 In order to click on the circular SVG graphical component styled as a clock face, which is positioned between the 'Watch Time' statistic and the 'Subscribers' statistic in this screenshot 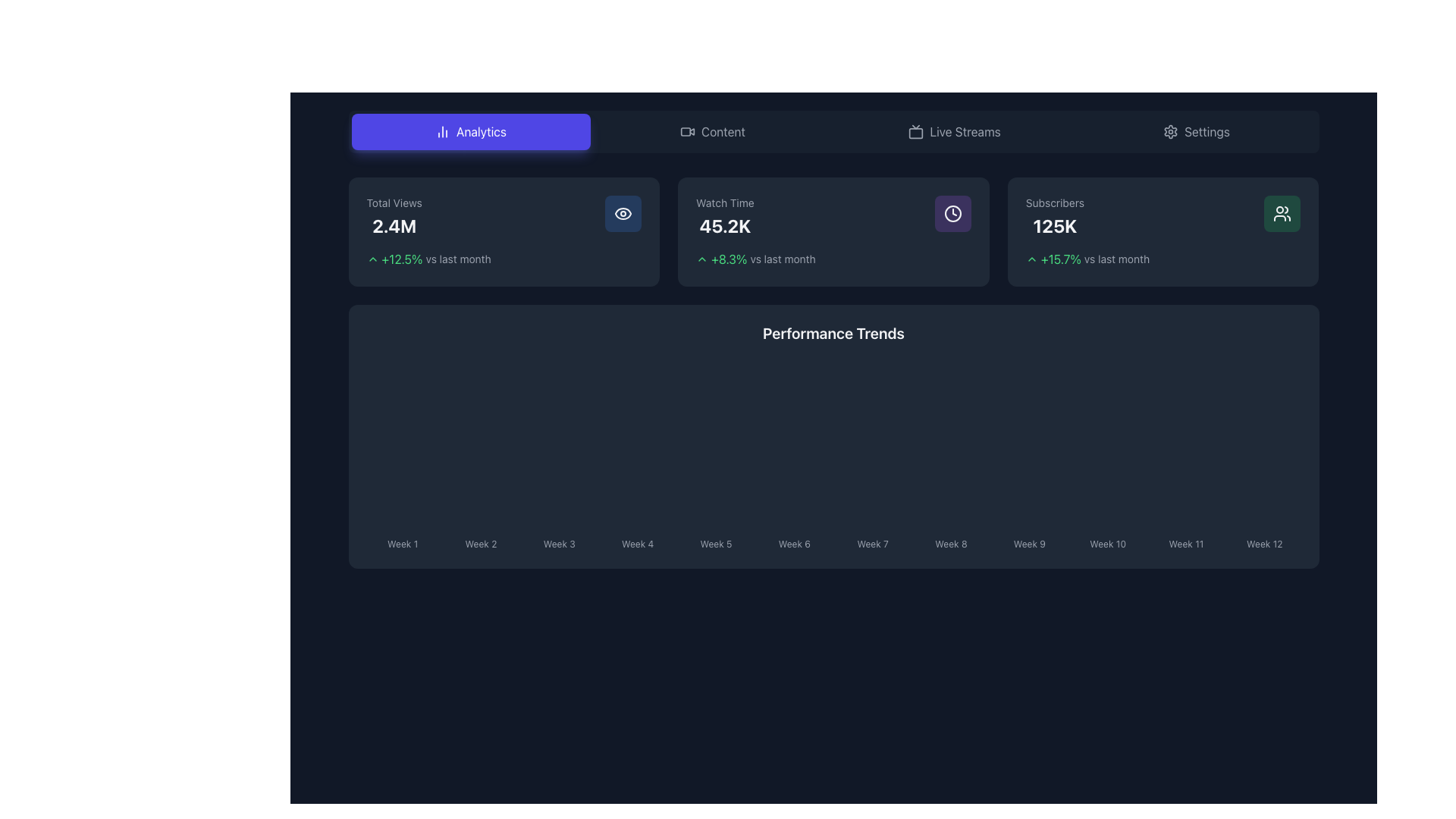, I will do `click(952, 213)`.